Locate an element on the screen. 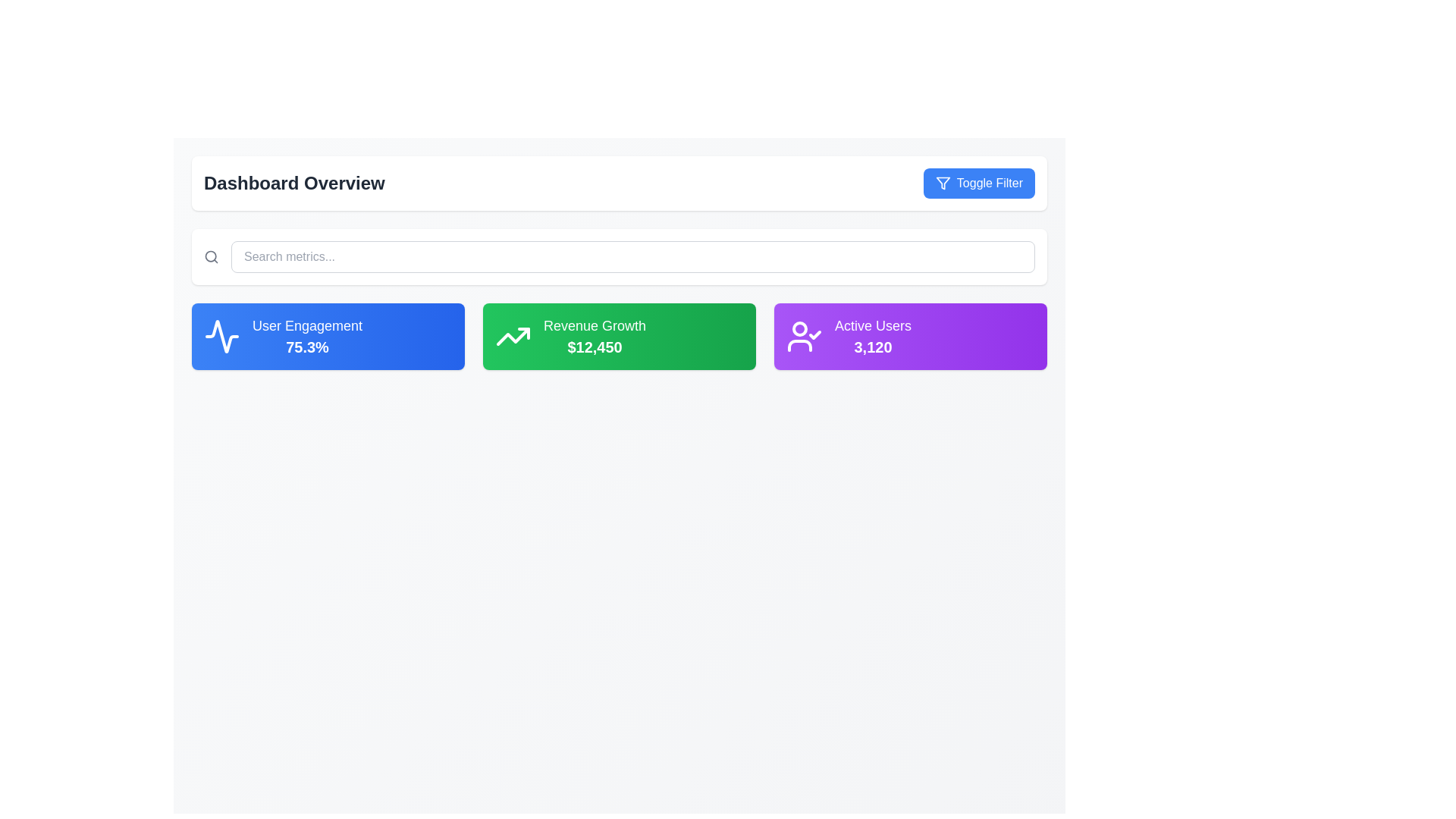 The height and width of the screenshot is (819, 1456). the 'User Engagement' text label, which is prominently displayed in a larger, bold font on a blue card is located at coordinates (306, 325).